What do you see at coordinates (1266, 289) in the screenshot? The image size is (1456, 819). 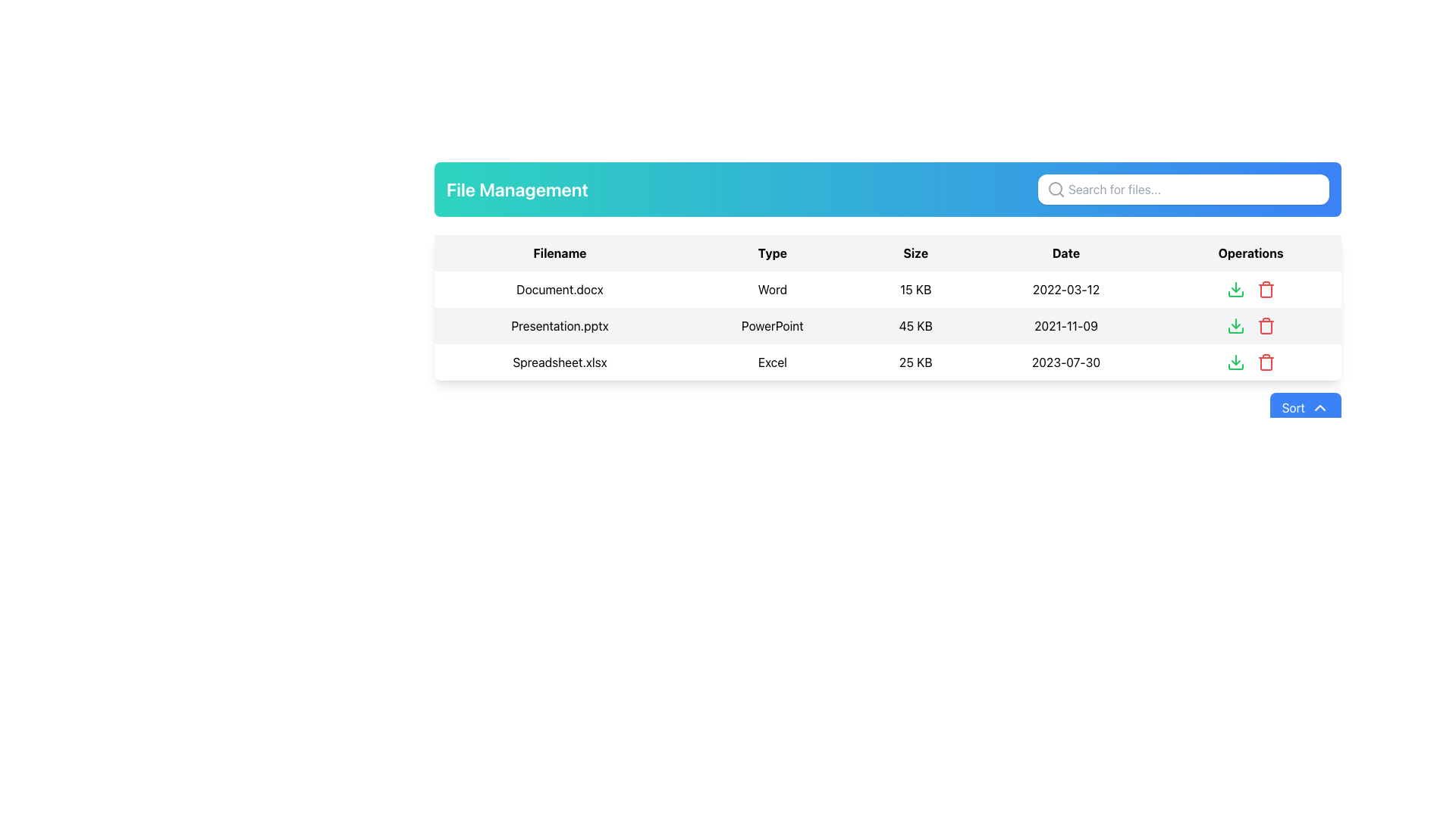 I see `the trash can button in the Operations column of the third row` at bounding box center [1266, 289].